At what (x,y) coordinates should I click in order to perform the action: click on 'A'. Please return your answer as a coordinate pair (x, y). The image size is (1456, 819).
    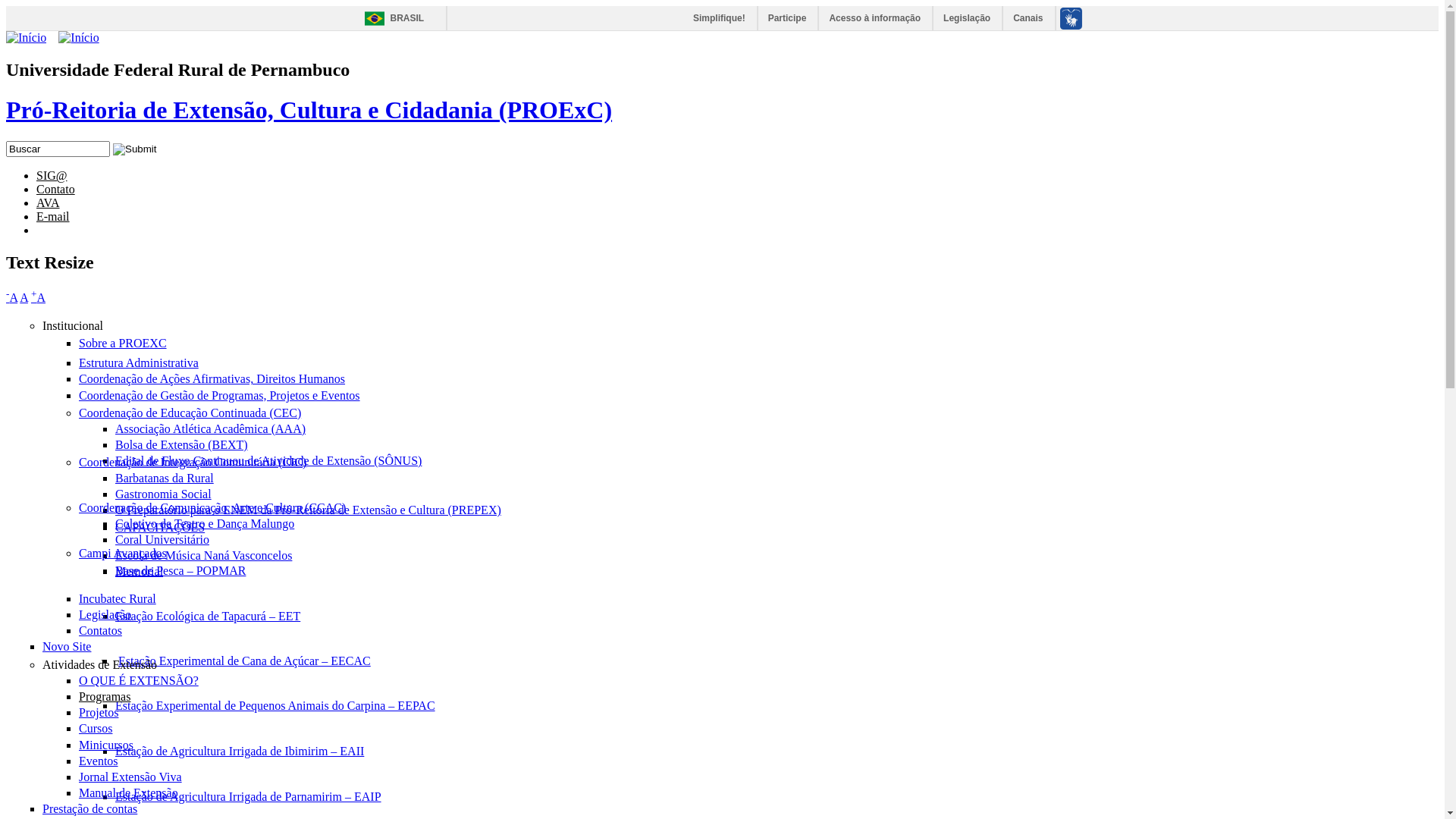
    Looking at the image, I should click on (24, 297).